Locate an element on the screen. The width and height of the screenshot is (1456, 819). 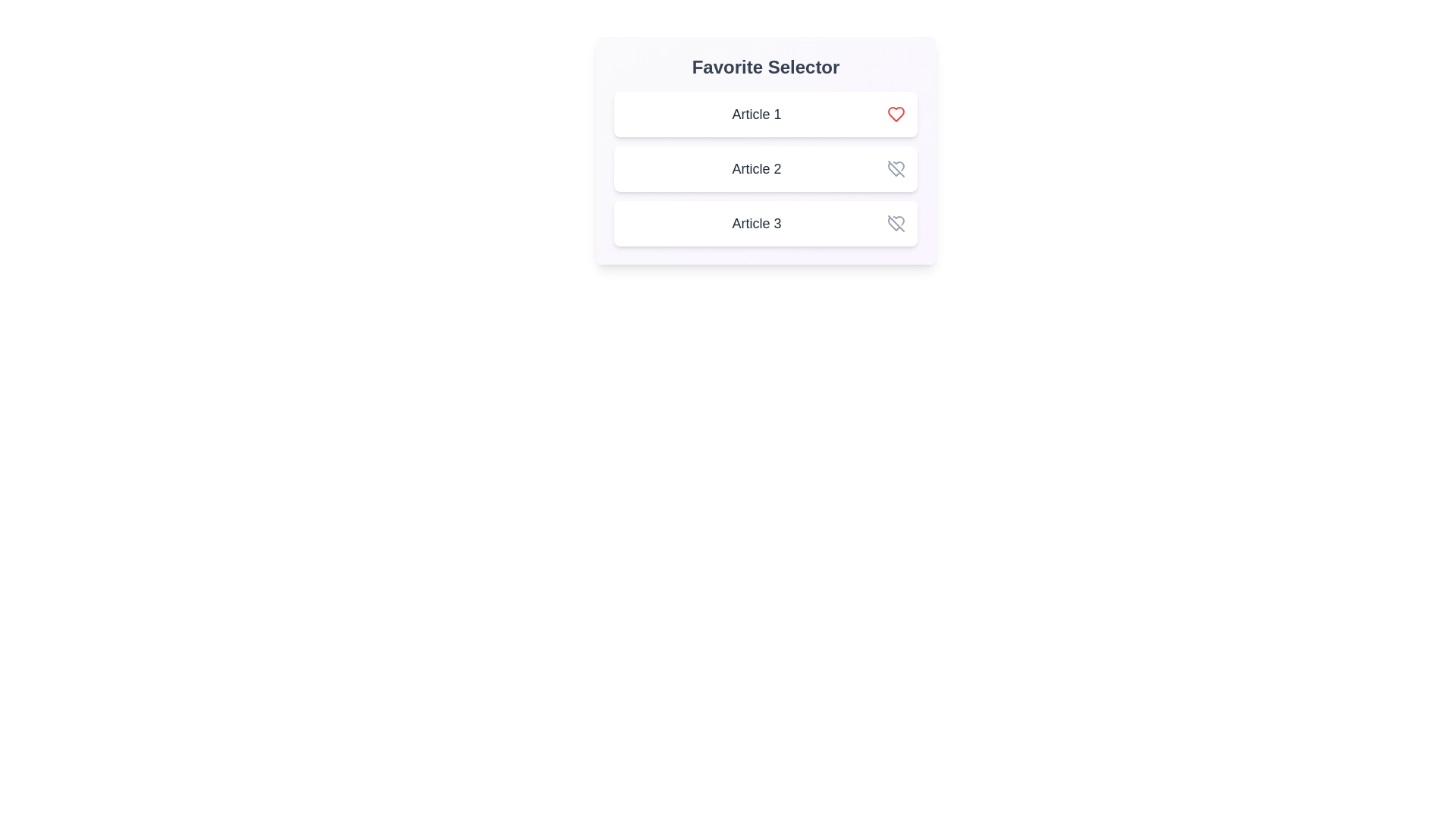
the title of Article 3 to select it is located at coordinates (757, 223).